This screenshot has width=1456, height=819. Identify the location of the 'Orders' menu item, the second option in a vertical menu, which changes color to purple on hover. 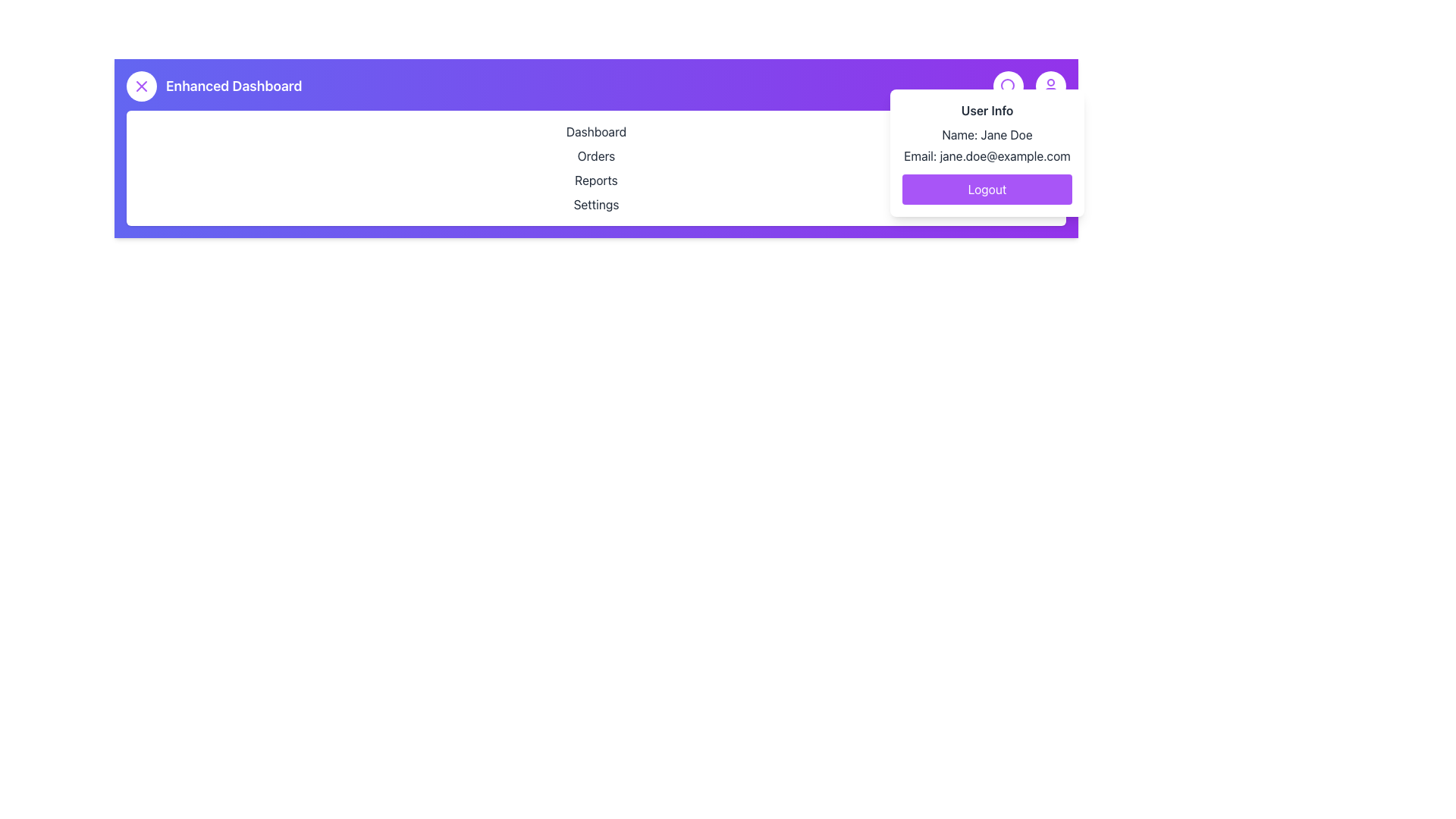
(595, 155).